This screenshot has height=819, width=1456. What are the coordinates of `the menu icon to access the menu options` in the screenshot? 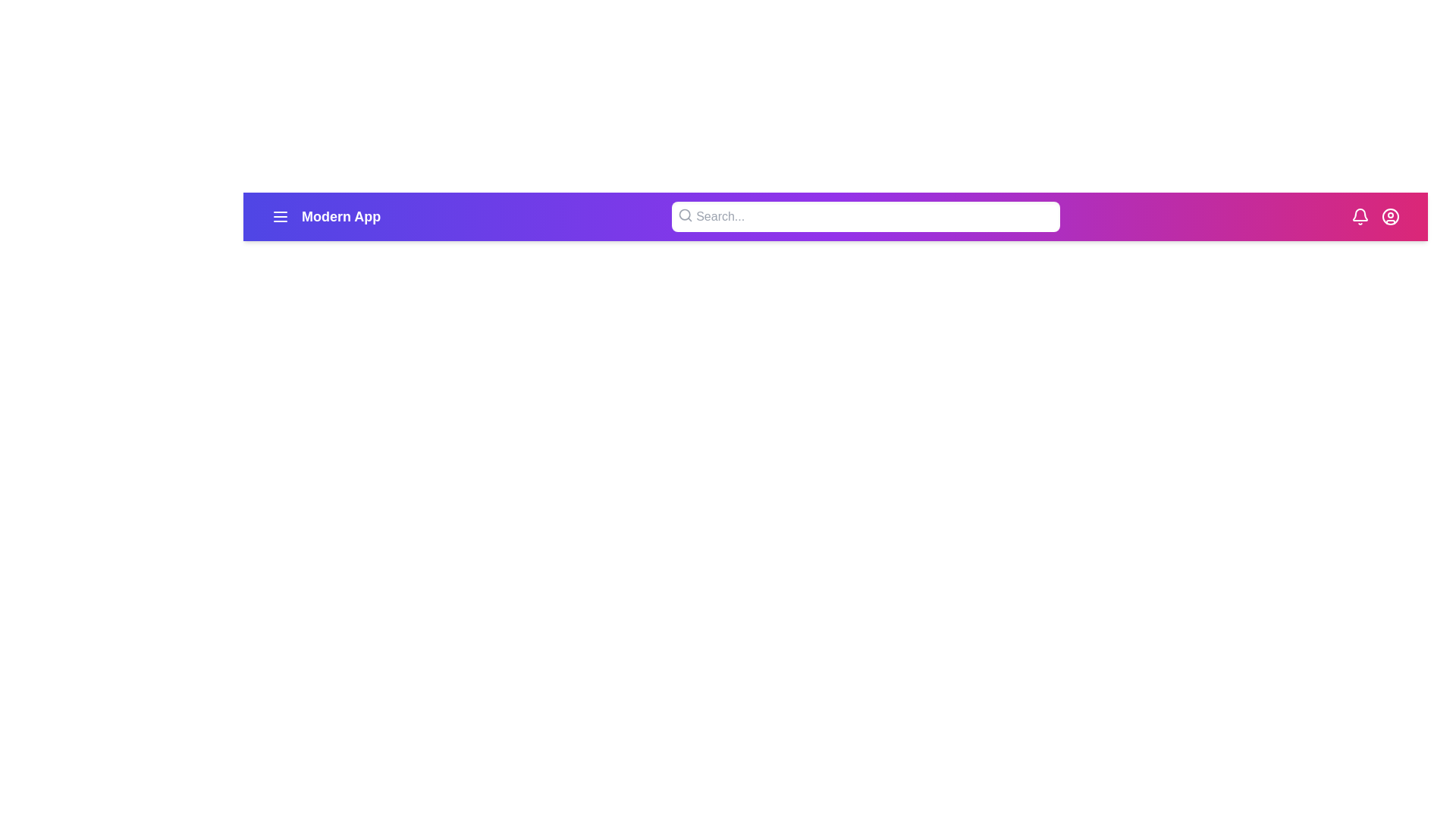 It's located at (280, 216).